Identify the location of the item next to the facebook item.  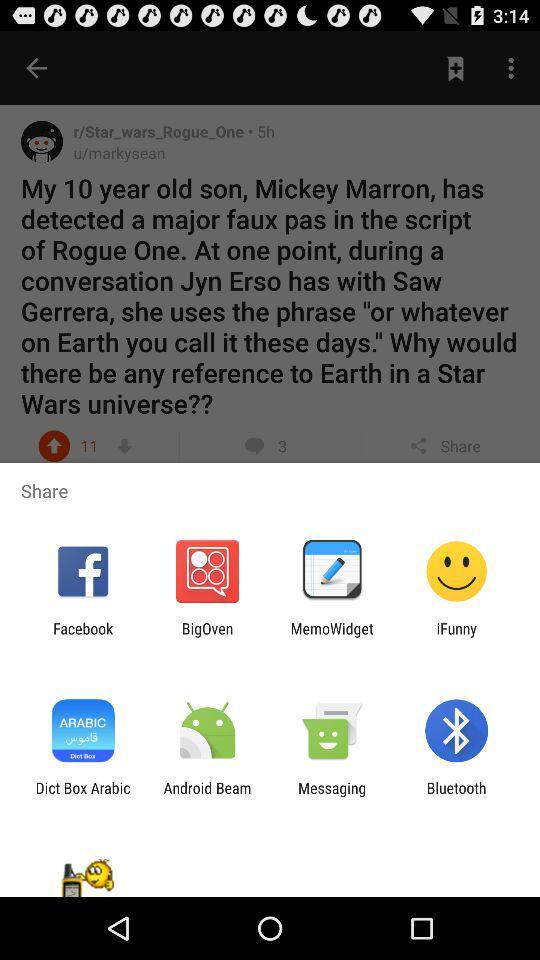
(206, 636).